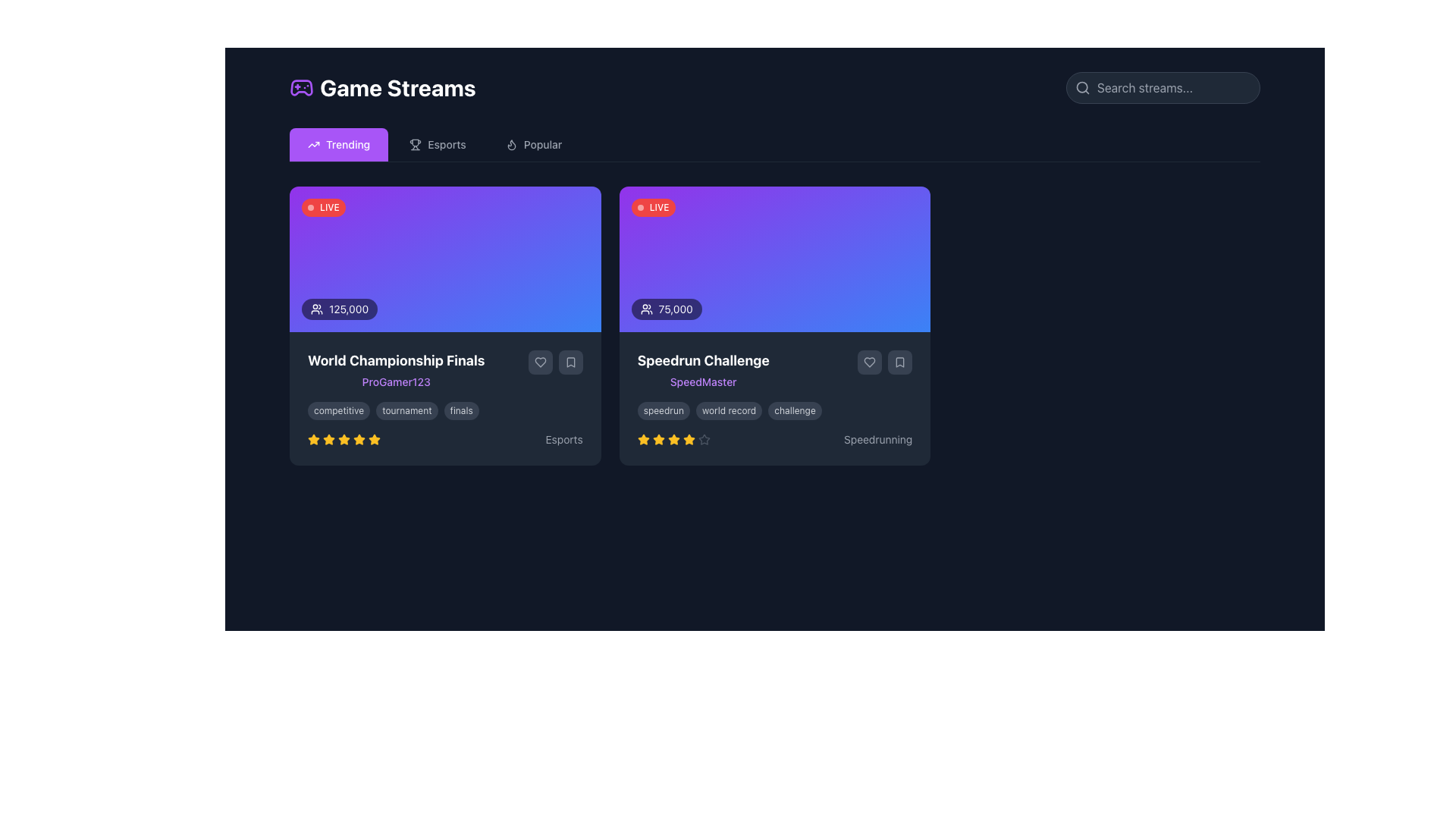  What do you see at coordinates (664, 411) in the screenshot?
I see `the small, rounded rectangular tag labeled 'speedrun' with a dark gray background and light gray text` at bounding box center [664, 411].